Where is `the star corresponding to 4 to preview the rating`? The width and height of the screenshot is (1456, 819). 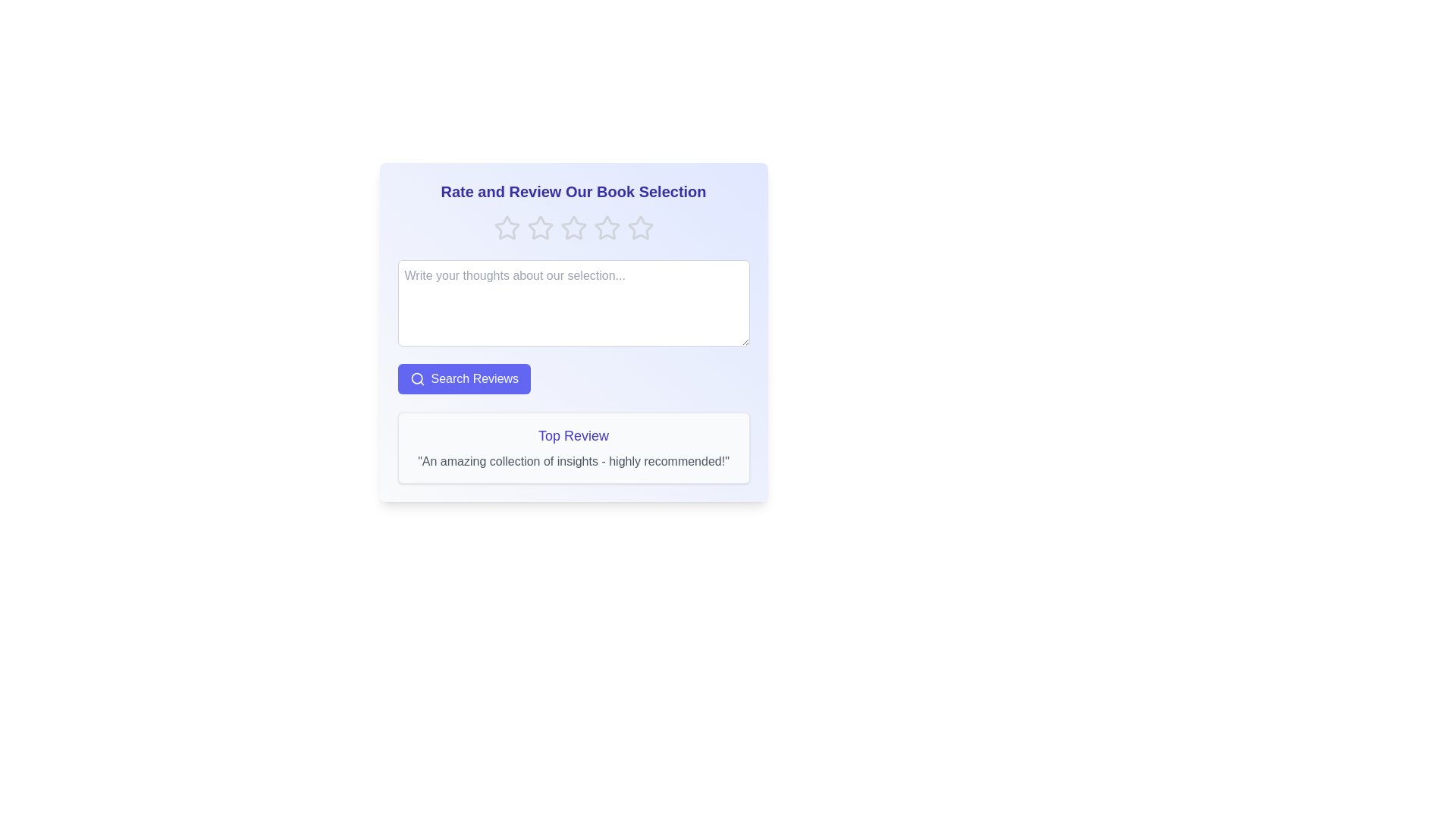 the star corresponding to 4 to preview the rating is located at coordinates (607, 227).